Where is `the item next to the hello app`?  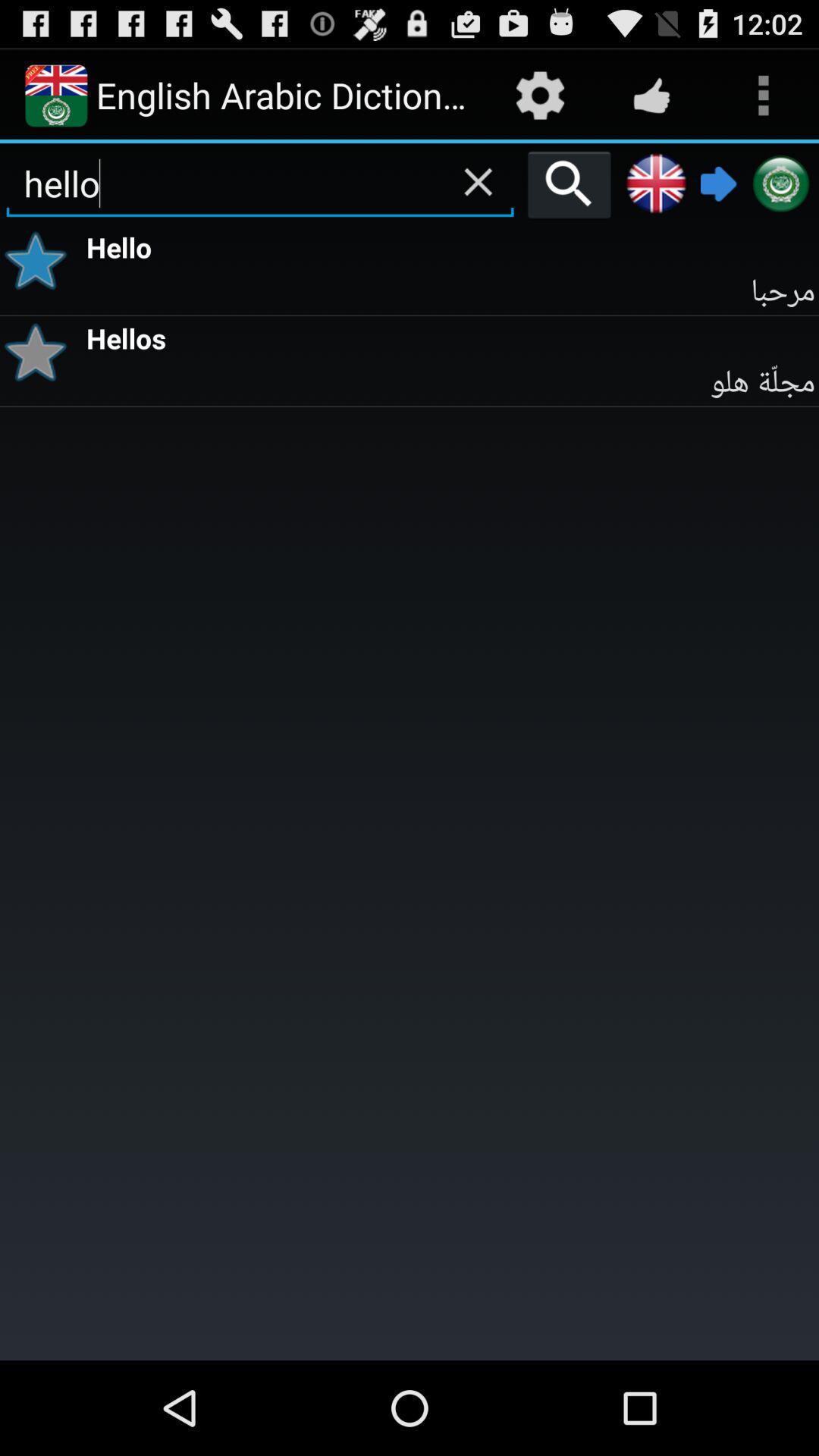
the item next to the hello app is located at coordinates (40, 261).